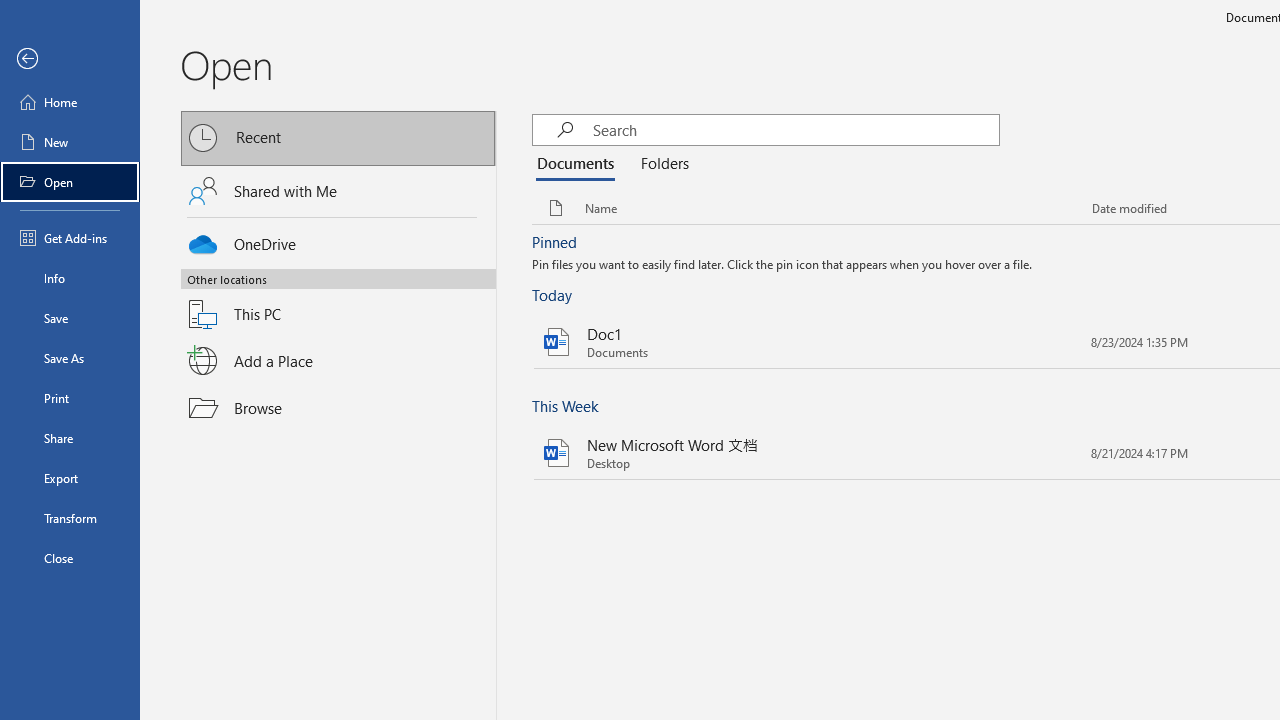  Describe the element at coordinates (338, 191) in the screenshot. I see `'Shared with Me'` at that location.